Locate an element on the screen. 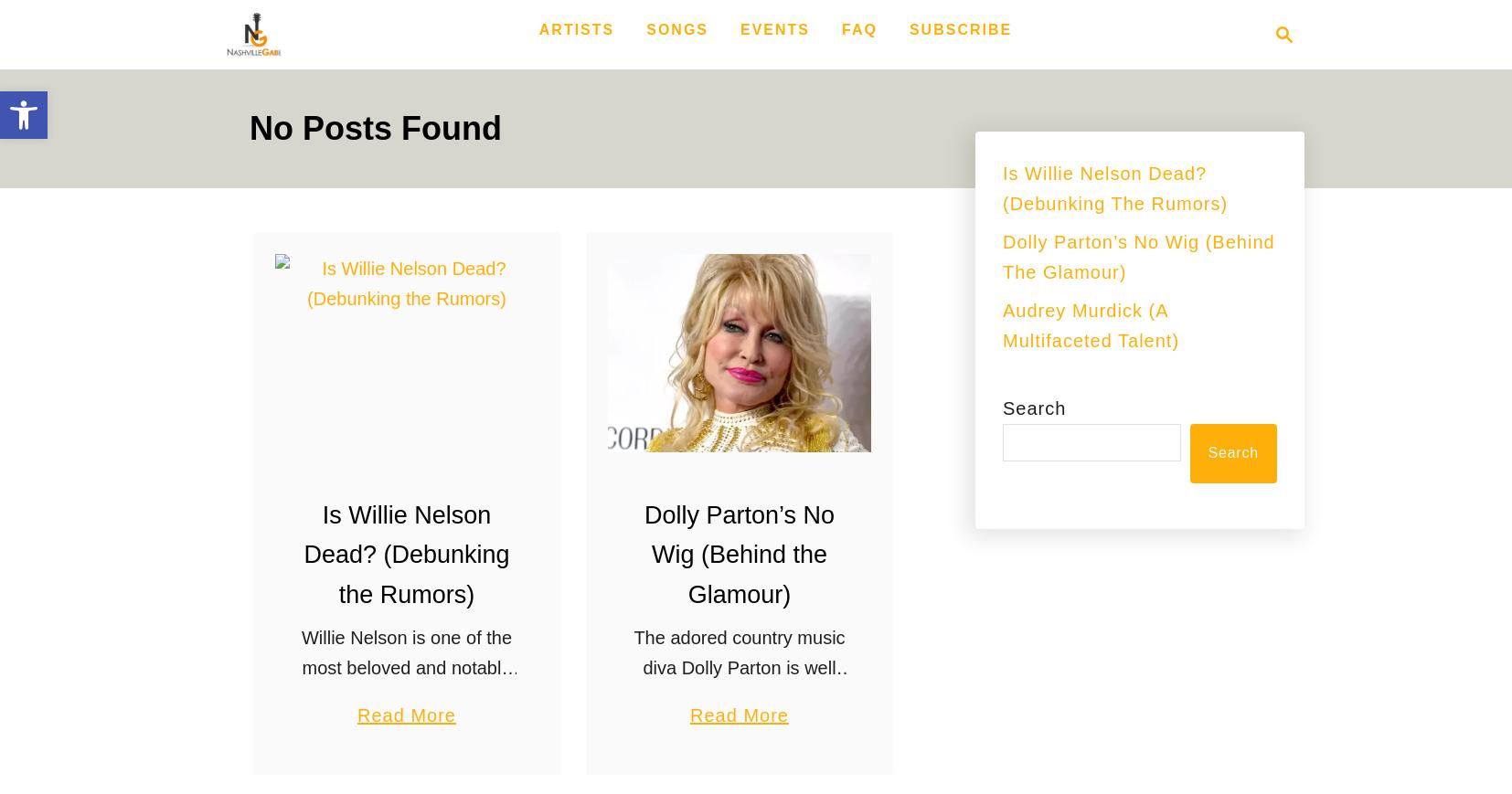  'Audrey Murdick (A Multifaceted Talent)' is located at coordinates (1090, 324).